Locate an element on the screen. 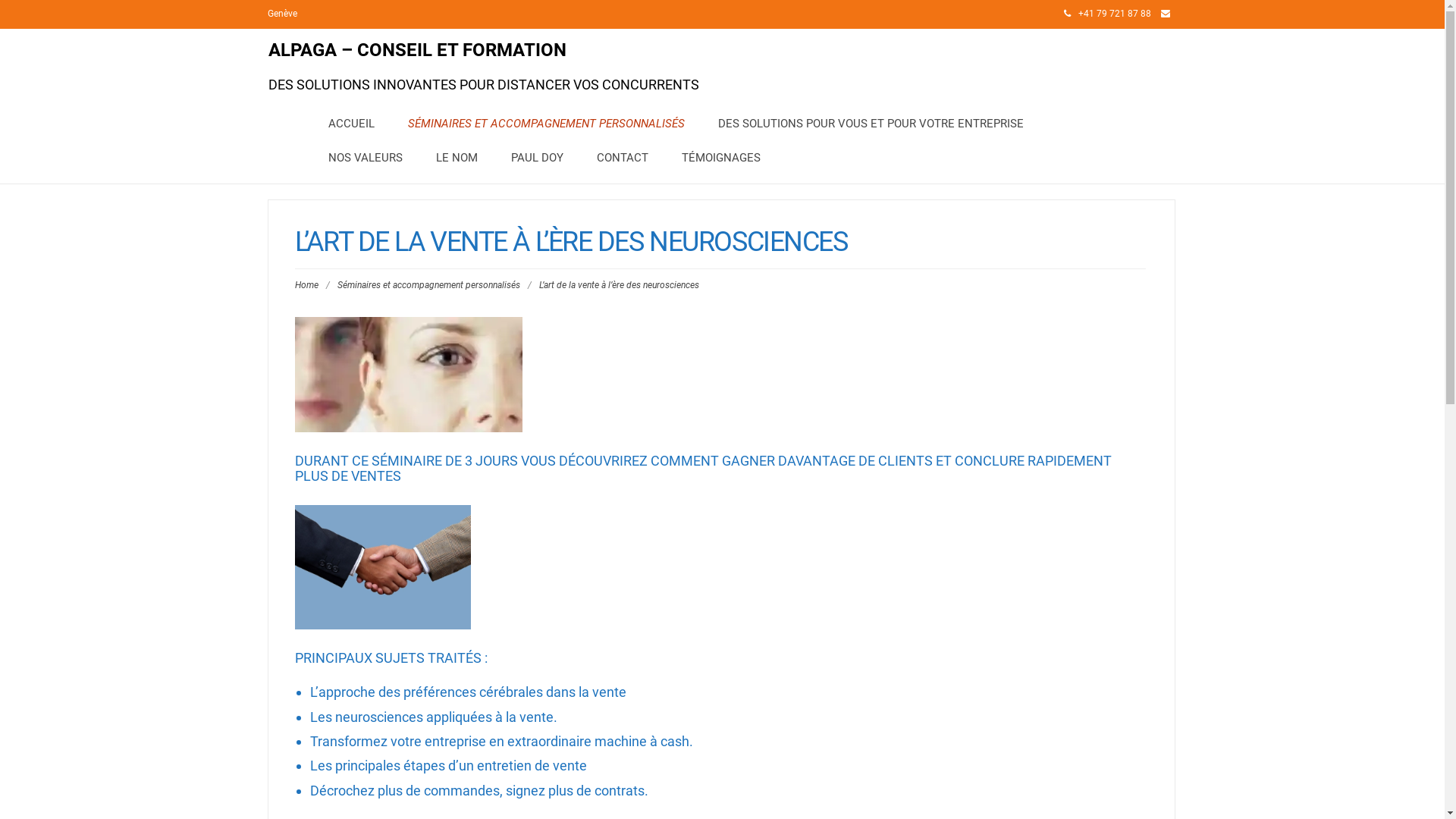 The image size is (1456, 819). 'ACCUEIL' is located at coordinates (350, 123).